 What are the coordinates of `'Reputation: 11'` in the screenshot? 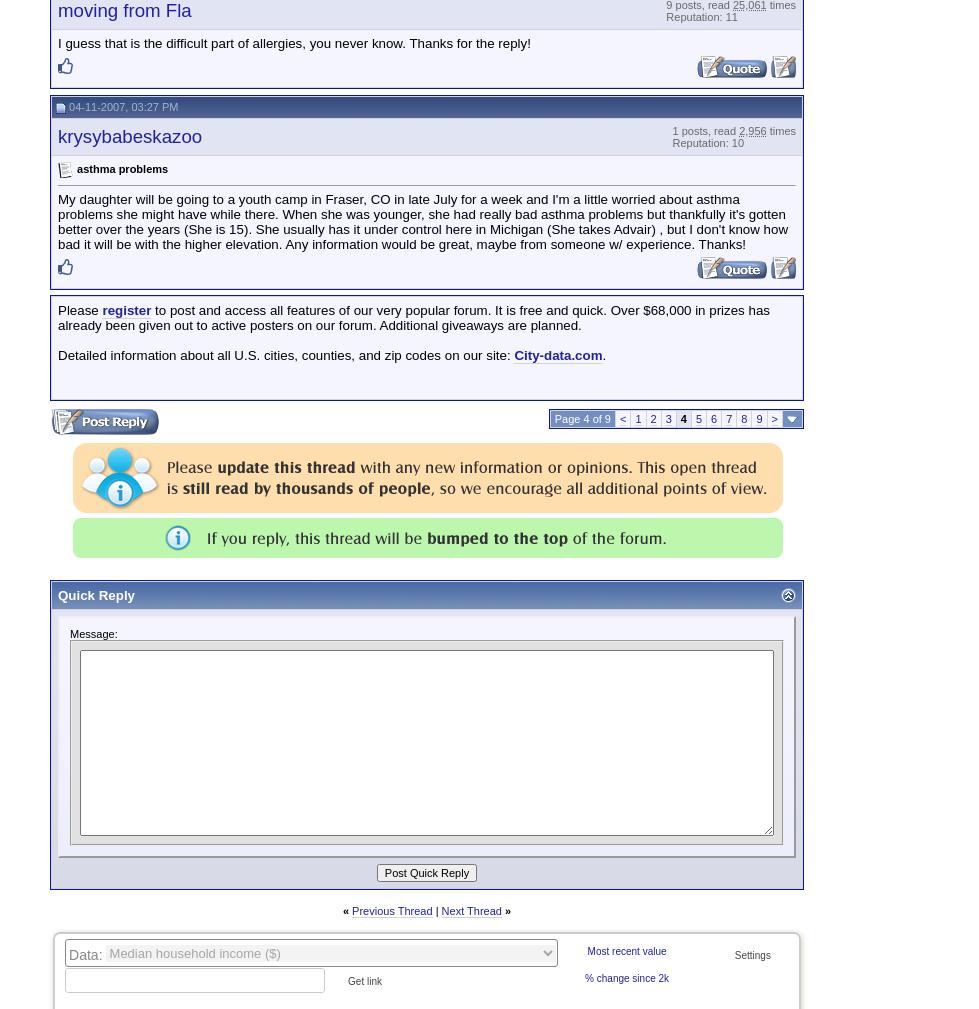 It's located at (700, 15).